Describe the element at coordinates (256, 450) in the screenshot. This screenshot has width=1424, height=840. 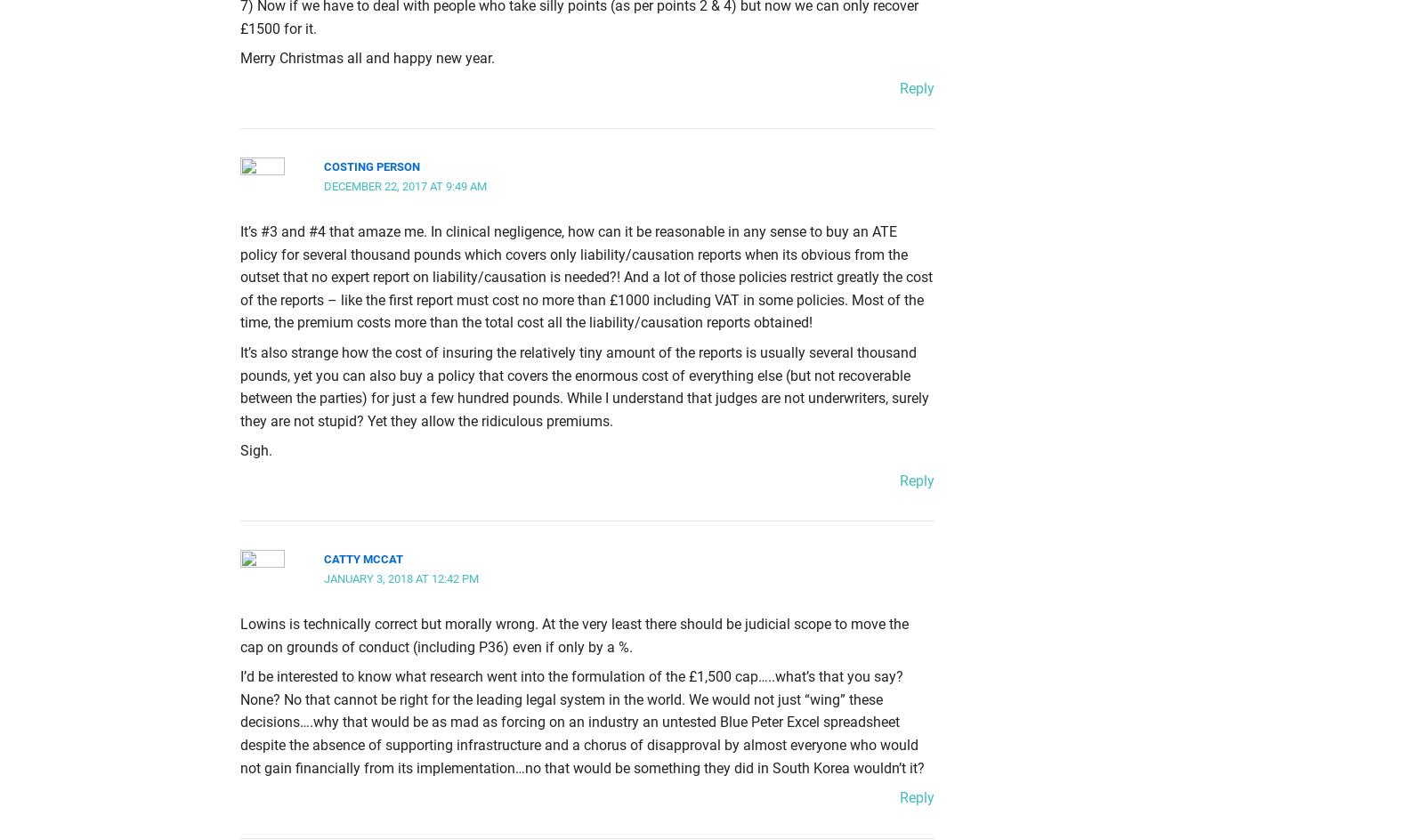
I see `'Sigh.'` at that location.